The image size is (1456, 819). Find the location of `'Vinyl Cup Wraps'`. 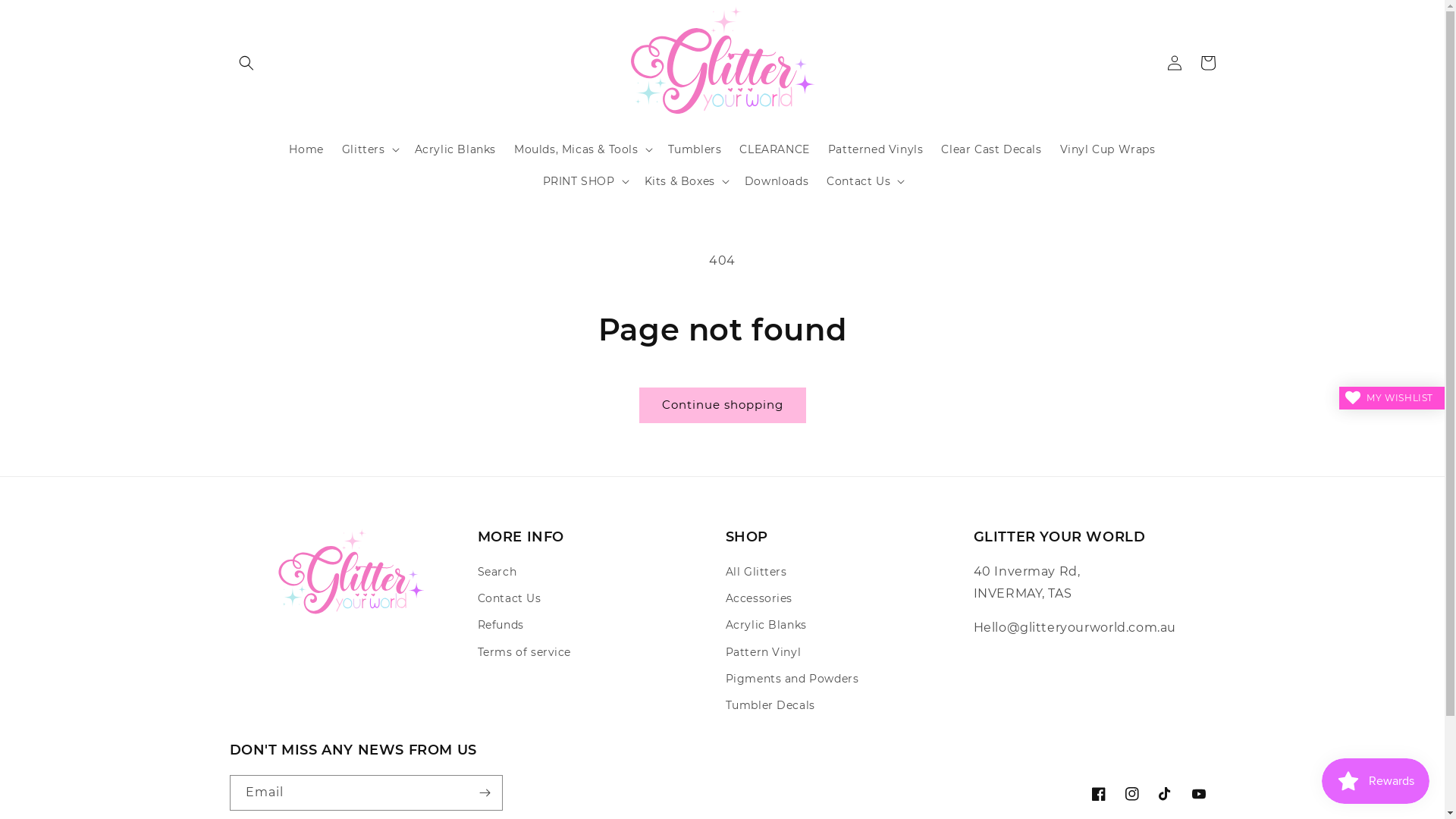

'Vinyl Cup Wraps' is located at coordinates (1107, 149).